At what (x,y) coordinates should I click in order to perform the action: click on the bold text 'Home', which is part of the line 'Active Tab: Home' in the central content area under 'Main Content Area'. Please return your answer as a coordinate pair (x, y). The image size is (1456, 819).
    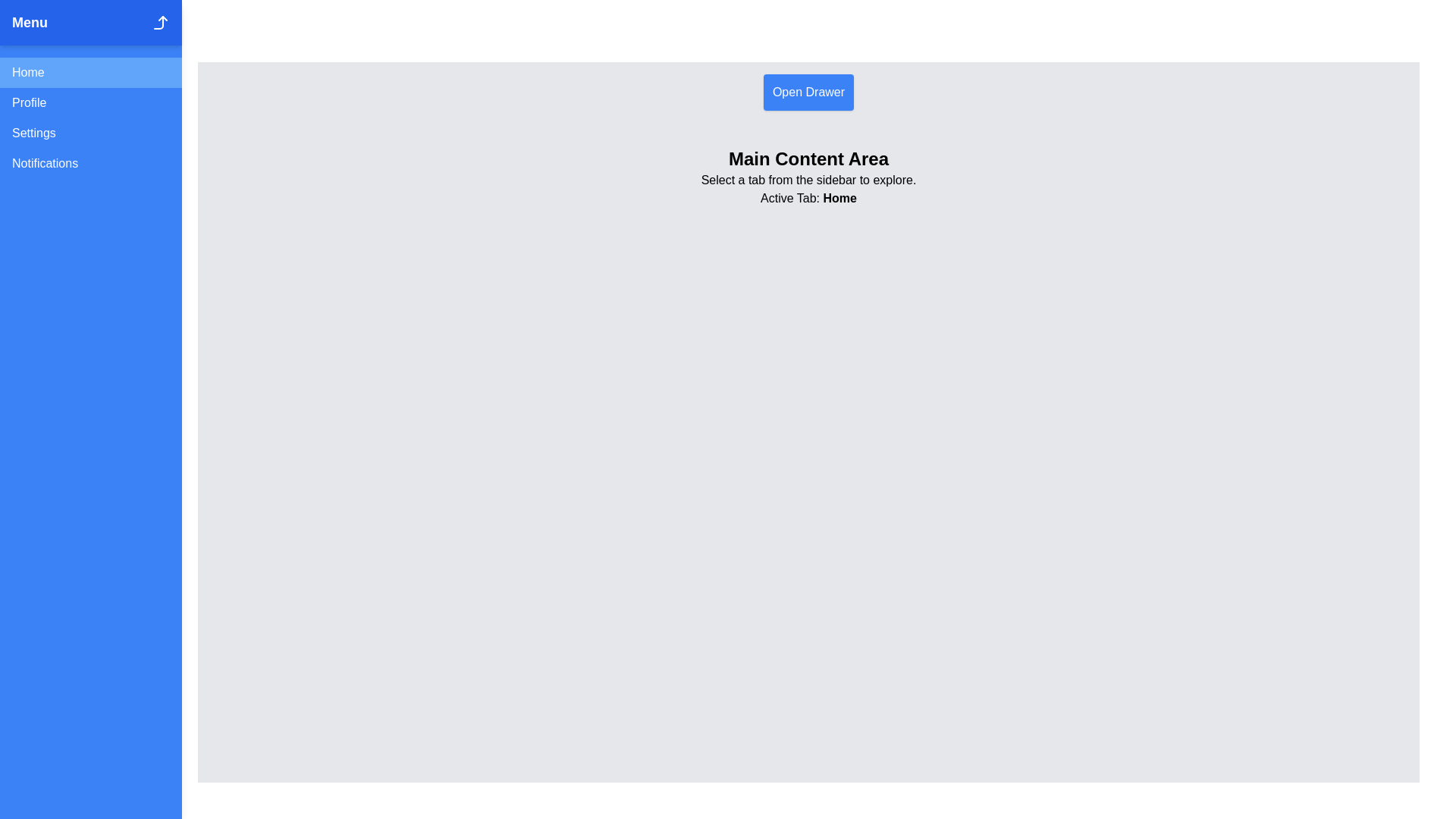
    Looking at the image, I should click on (839, 197).